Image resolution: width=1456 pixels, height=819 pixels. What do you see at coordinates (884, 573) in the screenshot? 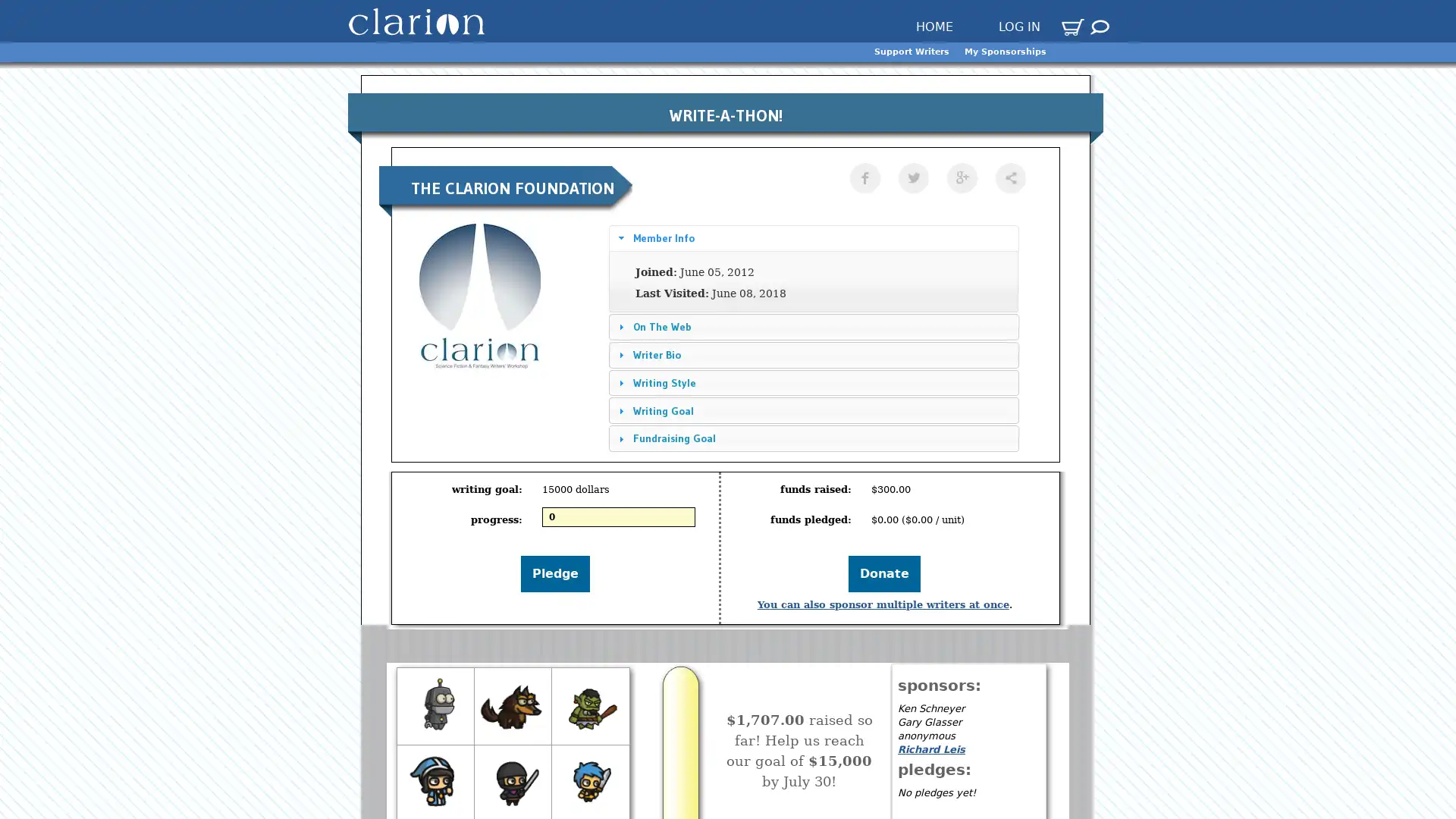
I see `Donate` at bounding box center [884, 573].